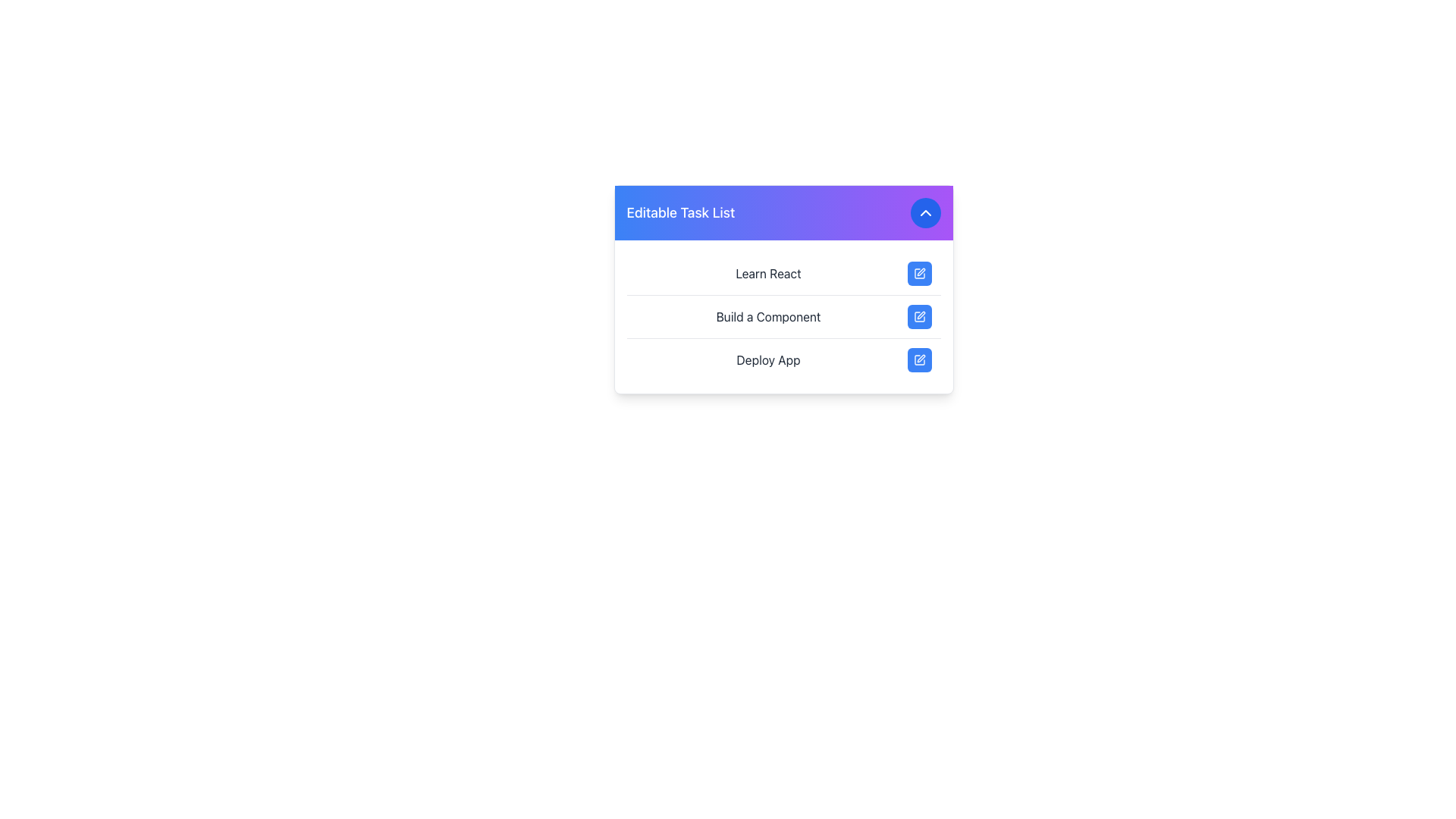  I want to click on the static text element displaying 'Build a Component', which is the second item in a vertical list of tasks, so click(768, 315).